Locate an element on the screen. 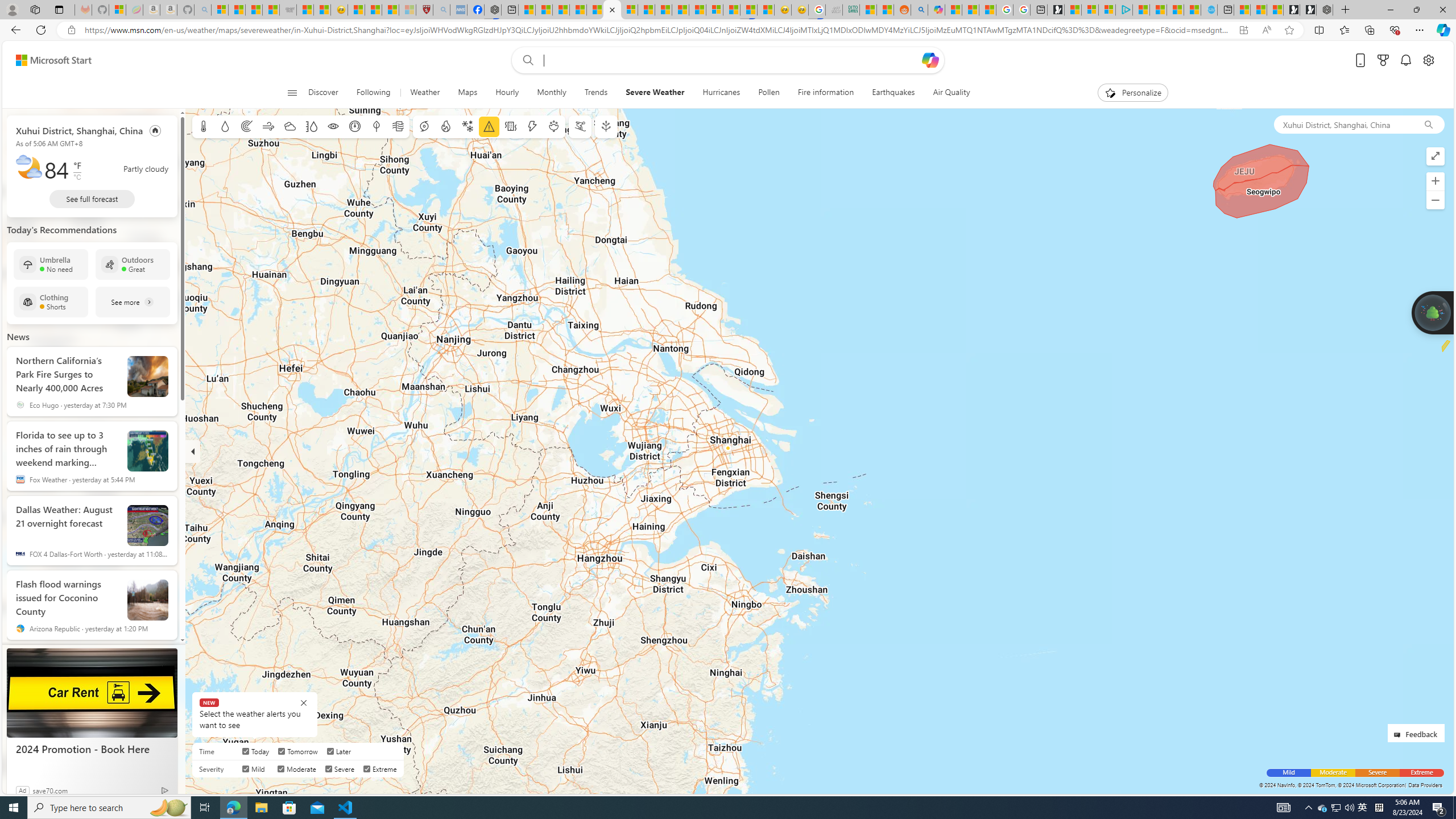  'Air Quality' is located at coordinates (950, 92).